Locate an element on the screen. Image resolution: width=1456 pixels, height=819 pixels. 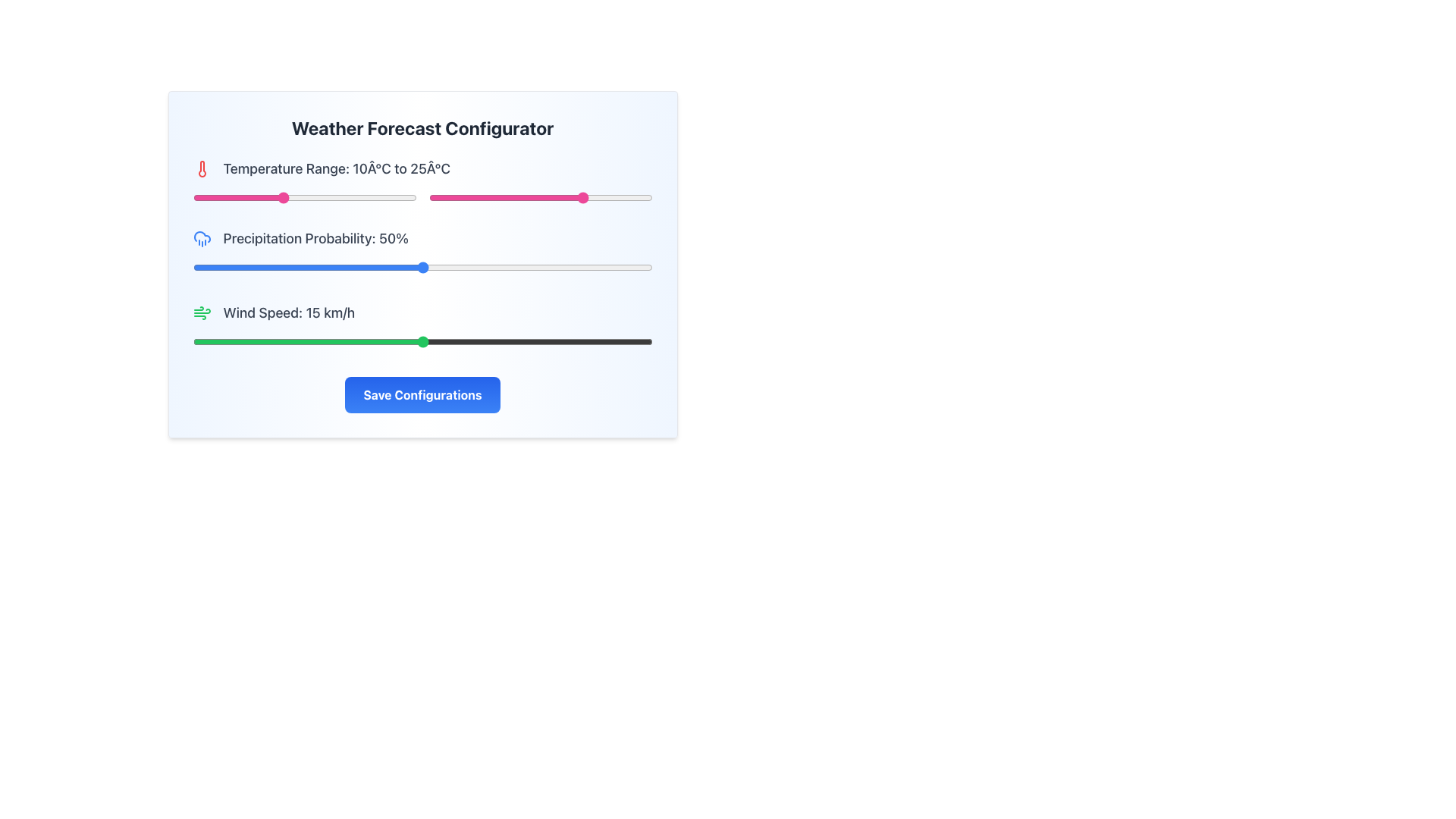
the temperature value is located at coordinates (482, 197).